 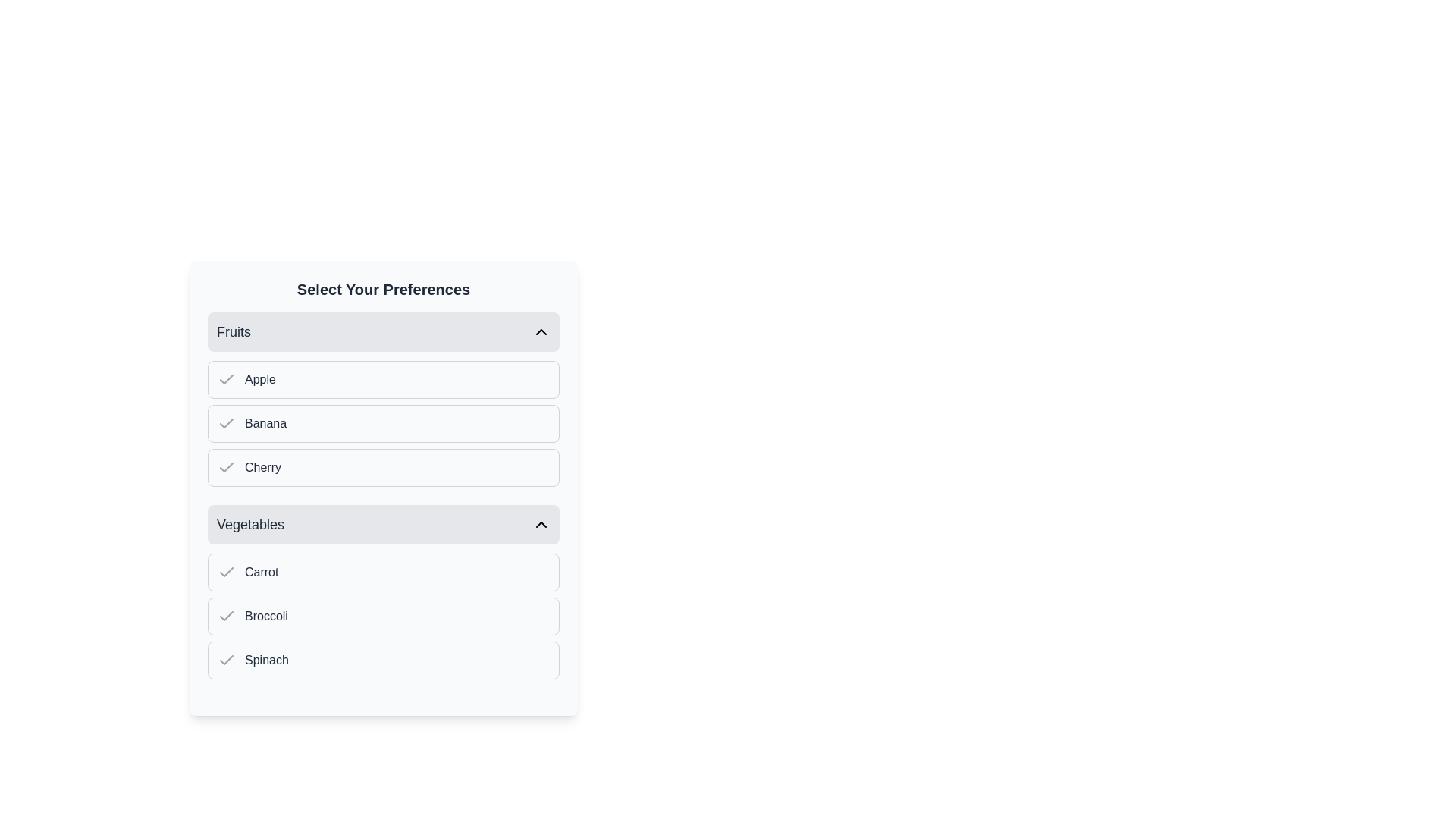 What do you see at coordinates (225, 617) in the screenshot?
I see `the checkmark icon indicating that 'Broccoli' is chosen, located to the left of the text label under the 'Vegetables' category` at bounding box center [225, 617].